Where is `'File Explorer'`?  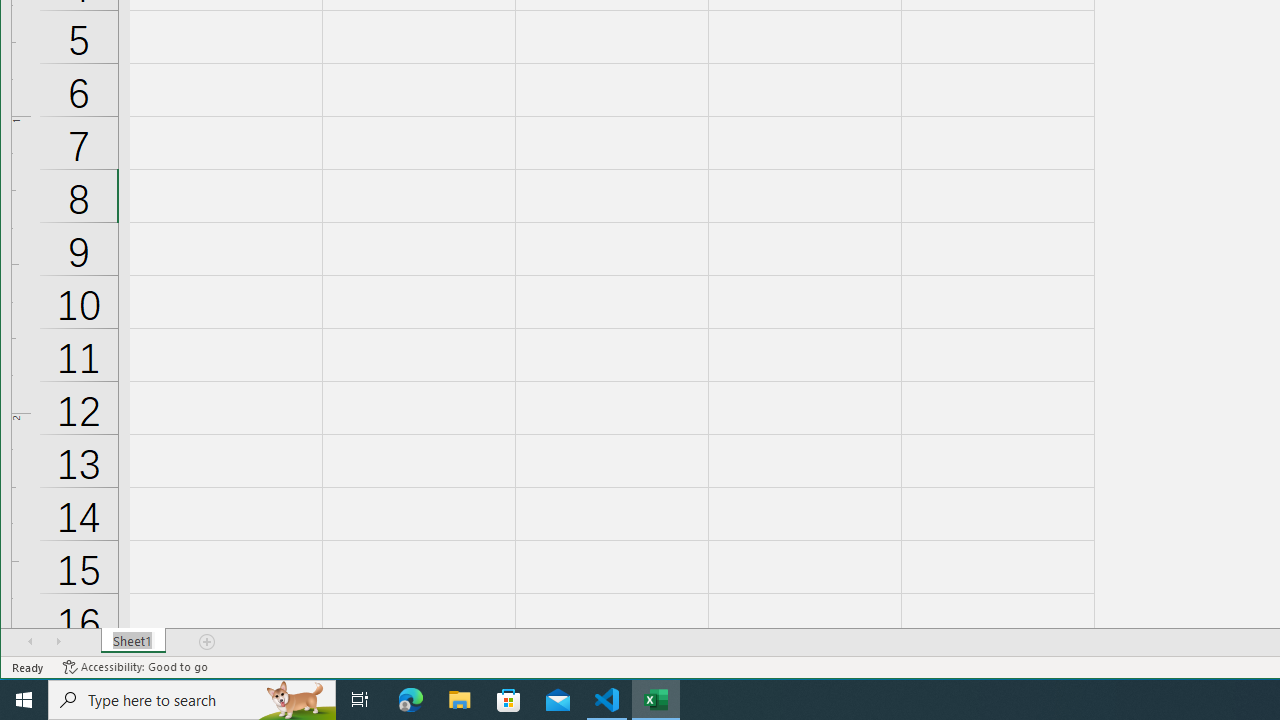
'File Explorer' is located at coordinates (459, 698).